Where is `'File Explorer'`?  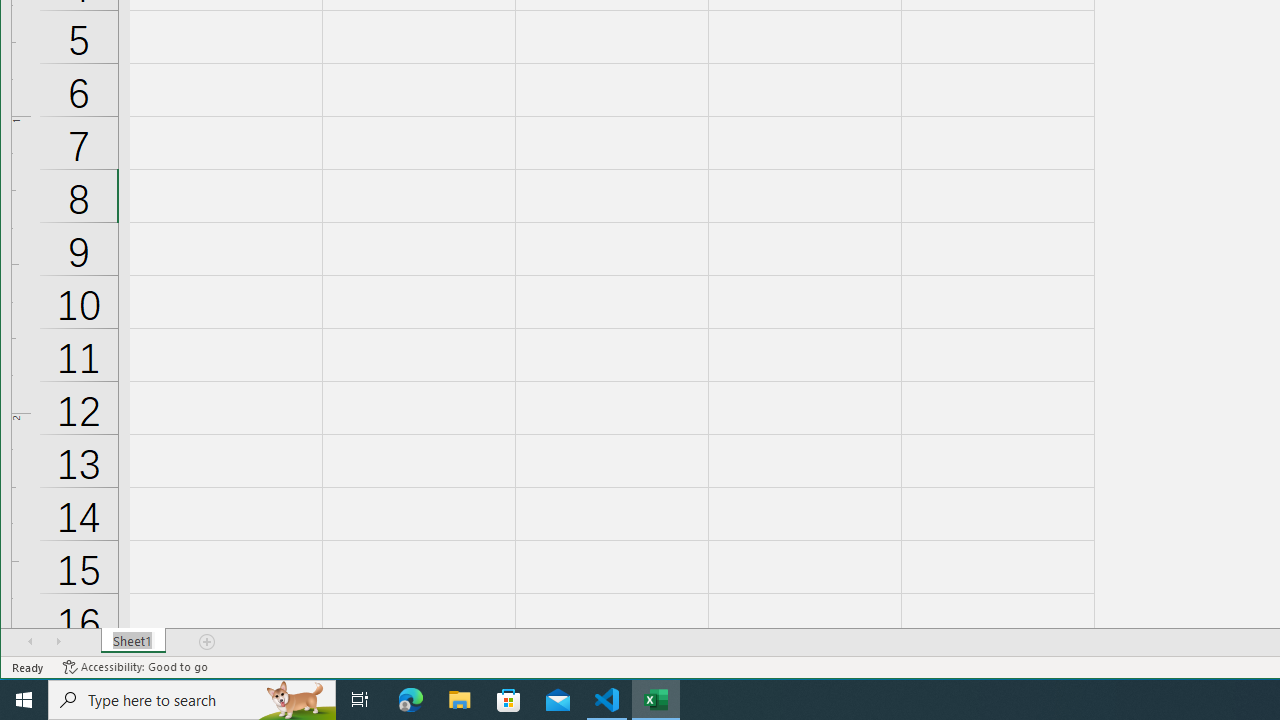
'File Explorer' is located at coordinates (459, 698).